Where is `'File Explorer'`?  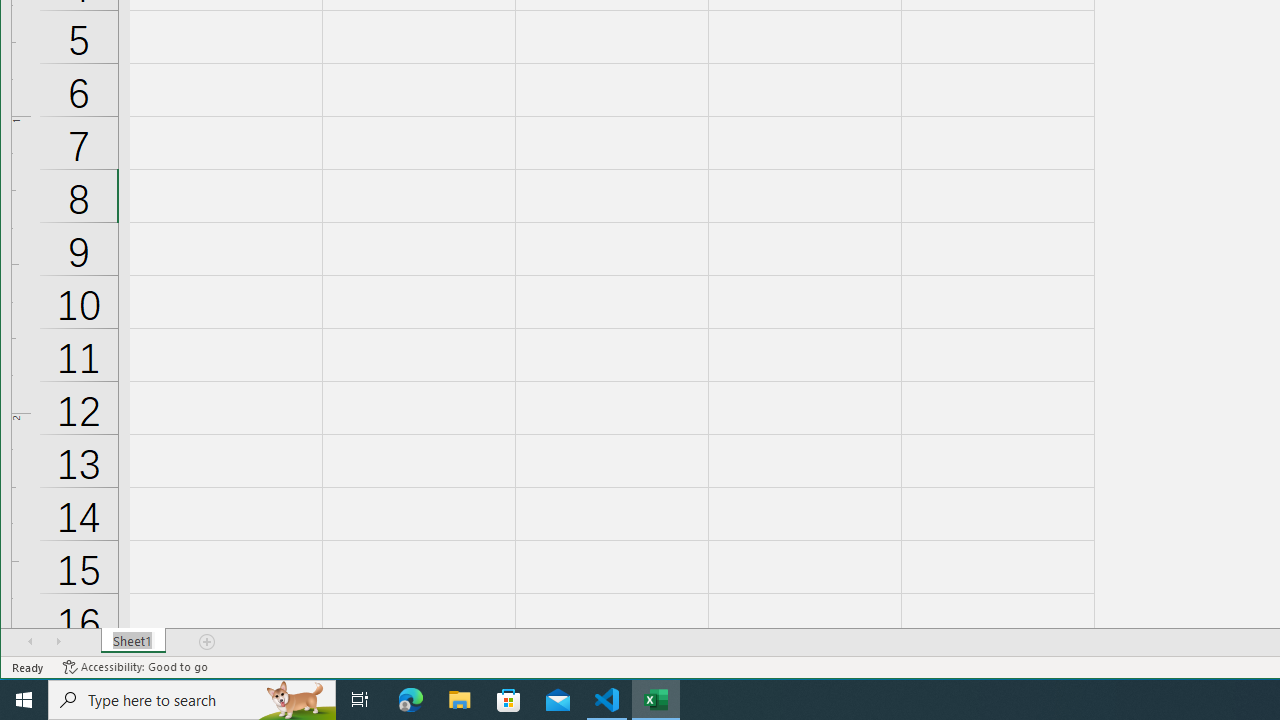
'File Explorer' is located at coordinates (459, 698).